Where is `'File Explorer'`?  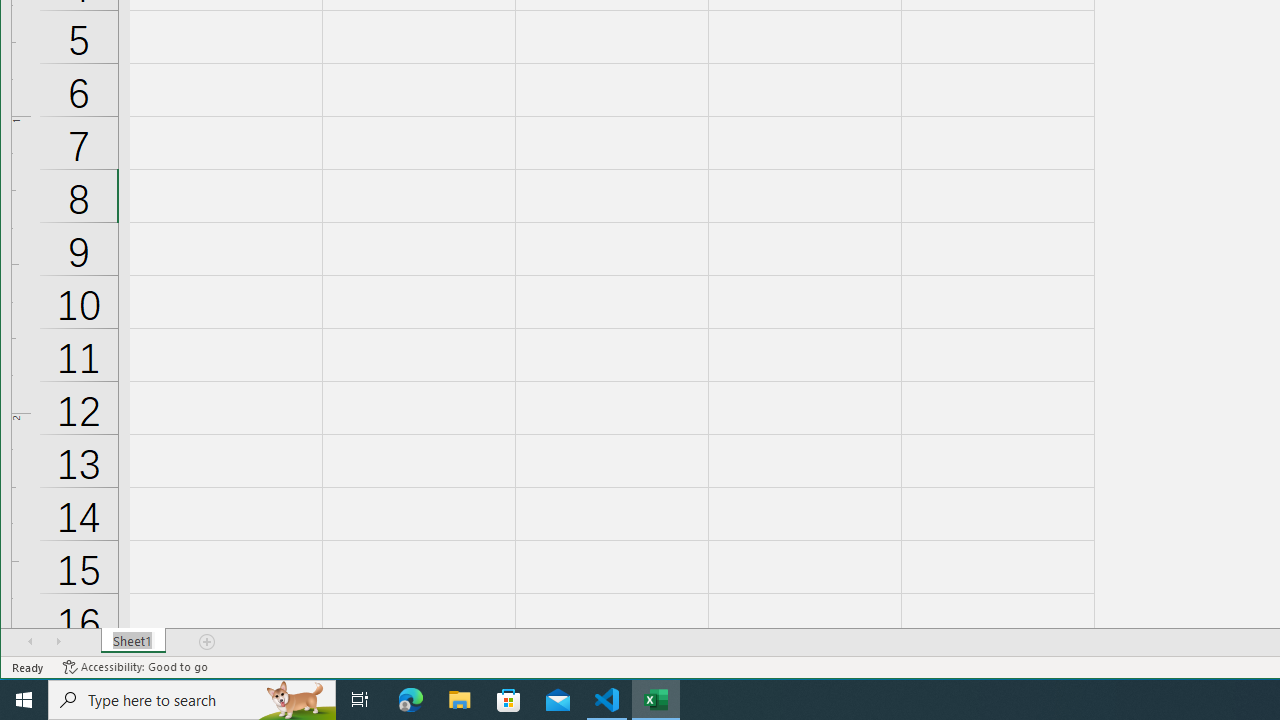
'File Explorer' is located at coordinates (459, 698).